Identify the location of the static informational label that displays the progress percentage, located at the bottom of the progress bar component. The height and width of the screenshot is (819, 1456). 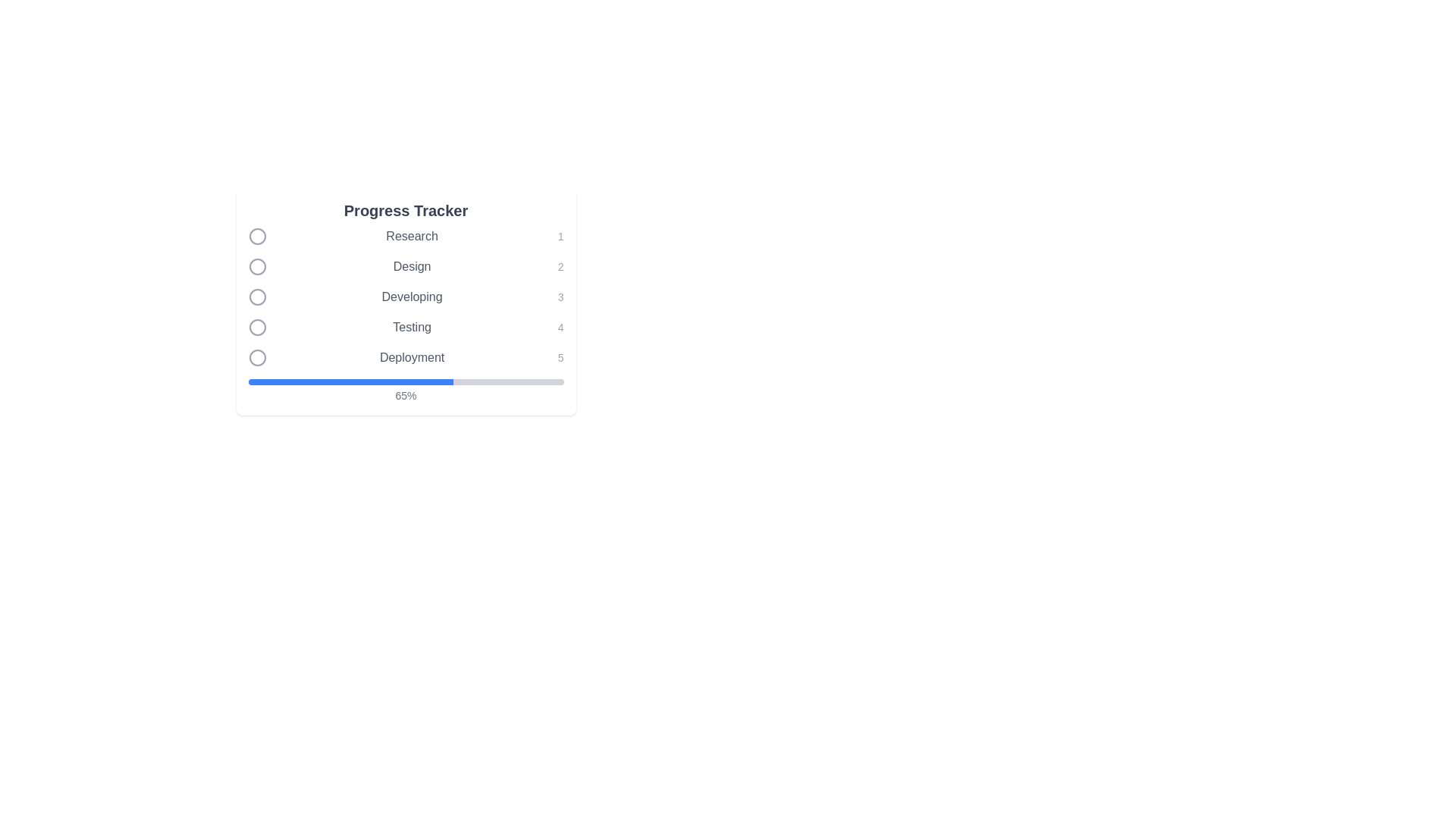
(406, 394).